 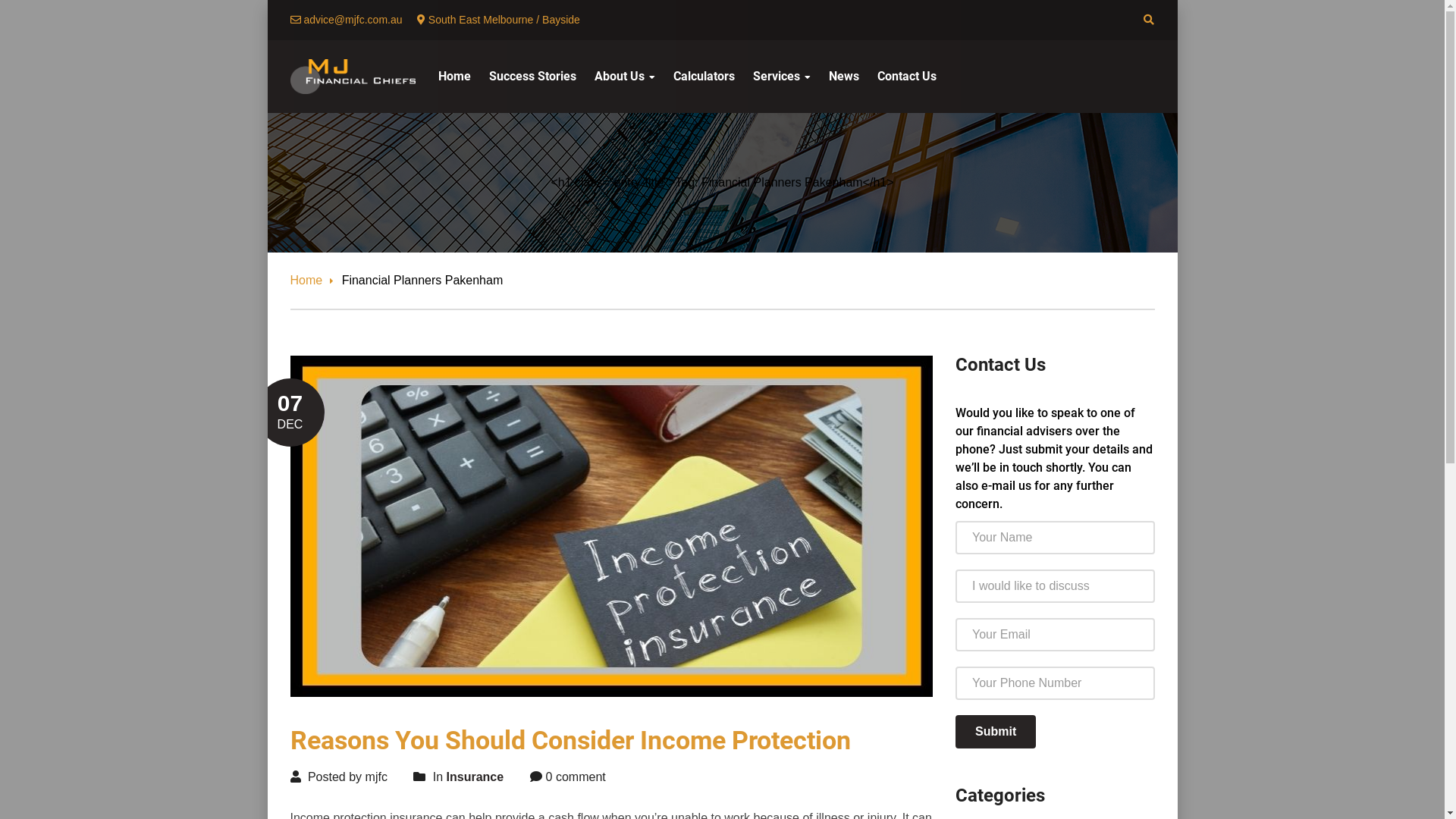 What do you see at coordinates (996, 730) in the screenshot?
I see `'Submit'` at bounding box center [996, 730].